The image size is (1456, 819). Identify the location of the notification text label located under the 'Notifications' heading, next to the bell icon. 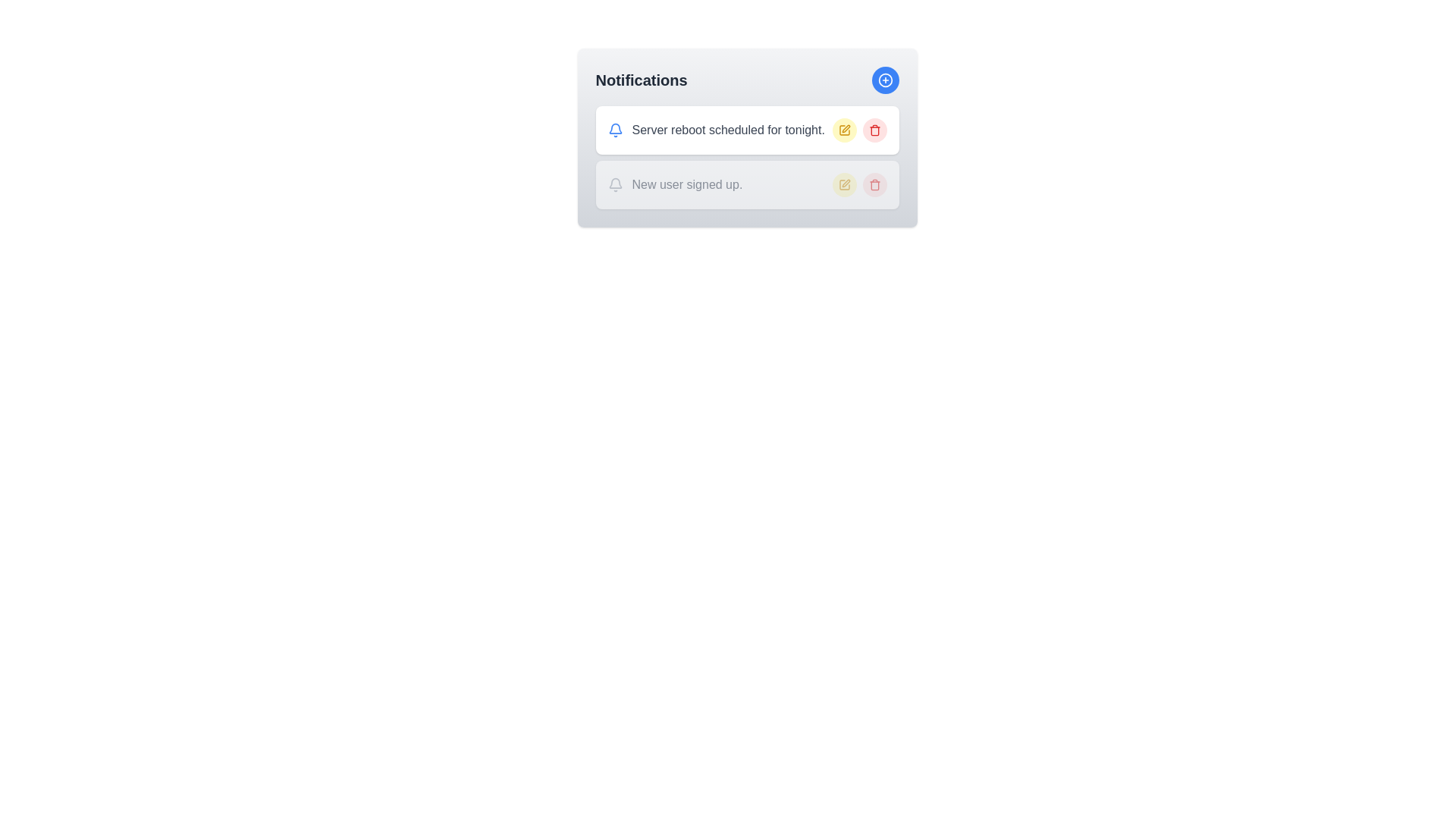
(728, 130).